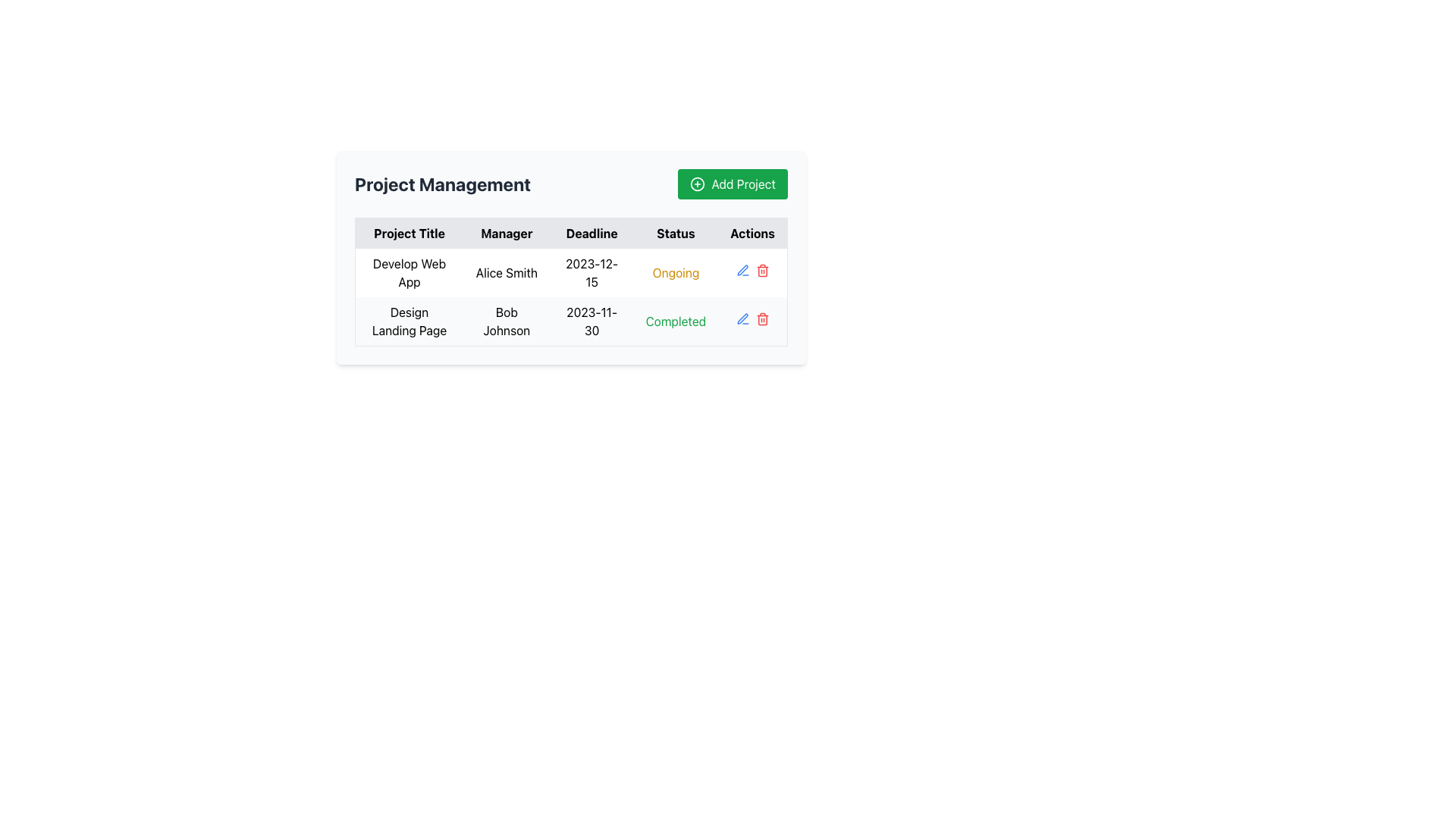 This screenshot has height=819, width=1456. Describe the element at coordinates (762, 271) in the screenshot. I see `the delete button in the second row of the table under the 'Actions' column for the 'Design Landing Page' project` at that location.